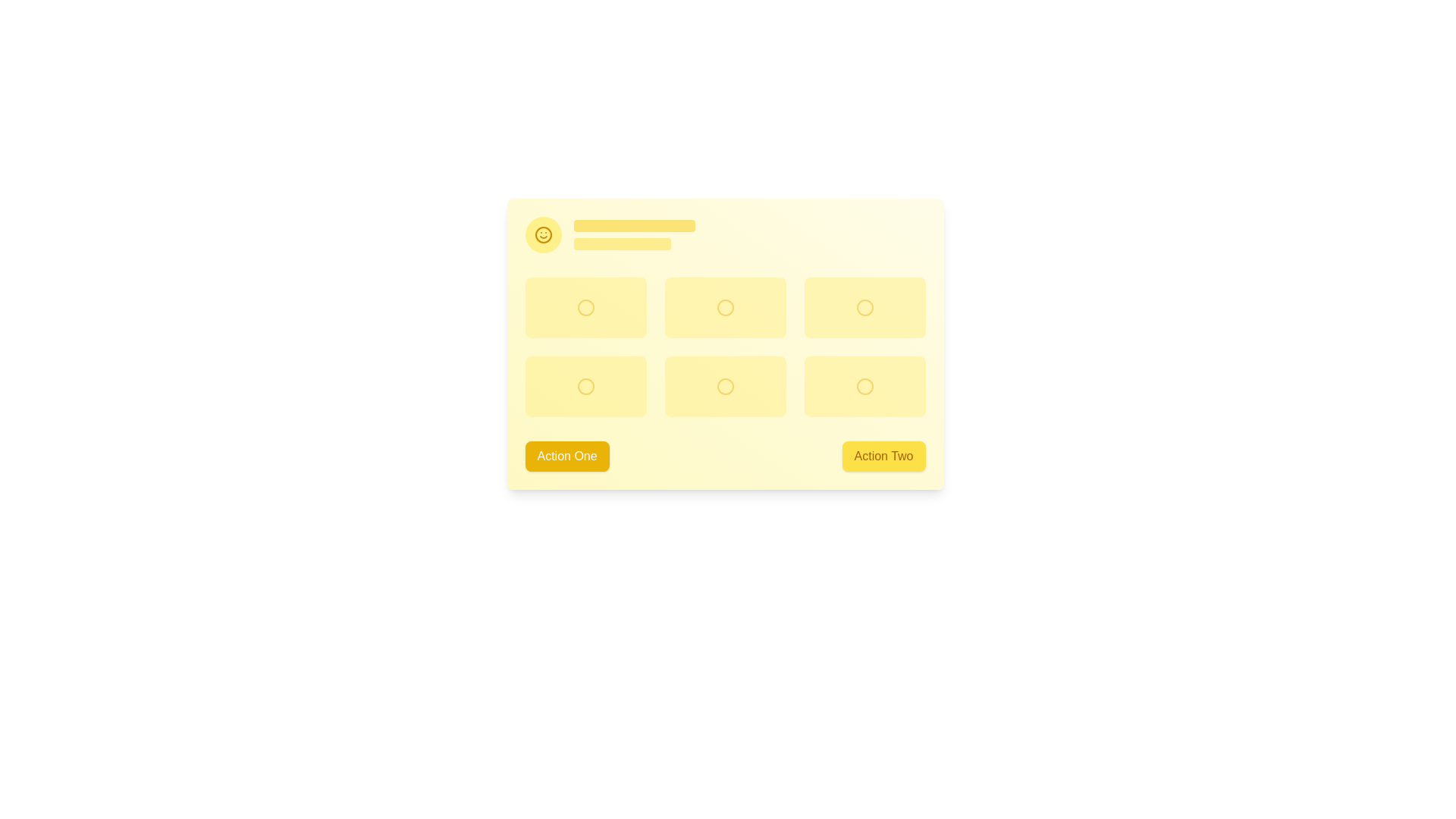 This screenshot has height=819, width=1456. Describe the element at coordinates (724, 385) in the screenshot. I see `the circular icon with a yellow outline and transparent center, located in the second row and second column of a 3x2 grid layout inside a yellow card` at that location.